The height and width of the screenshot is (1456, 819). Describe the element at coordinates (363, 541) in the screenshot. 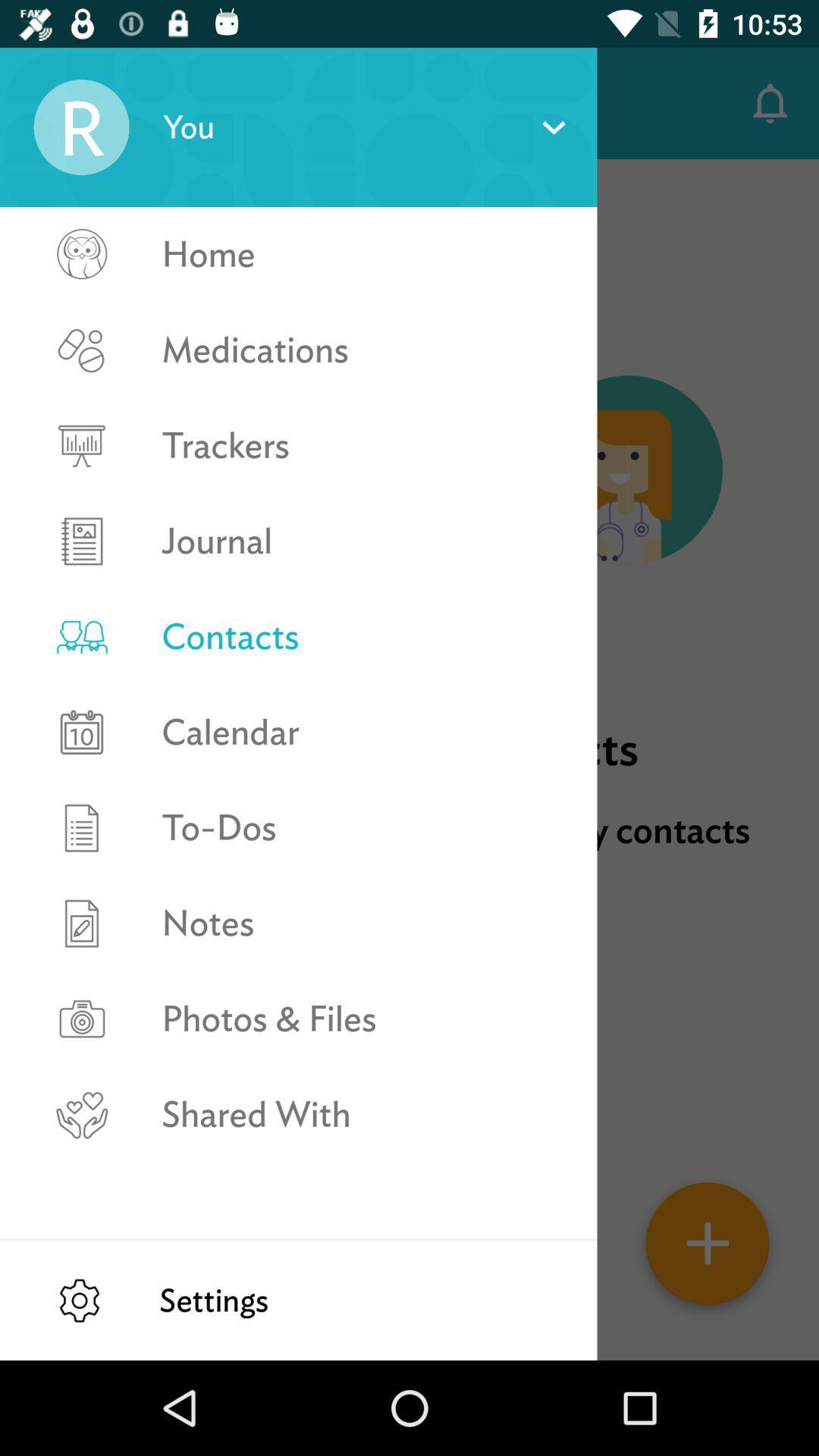

I see `the icon above the contacts icon` at that location.